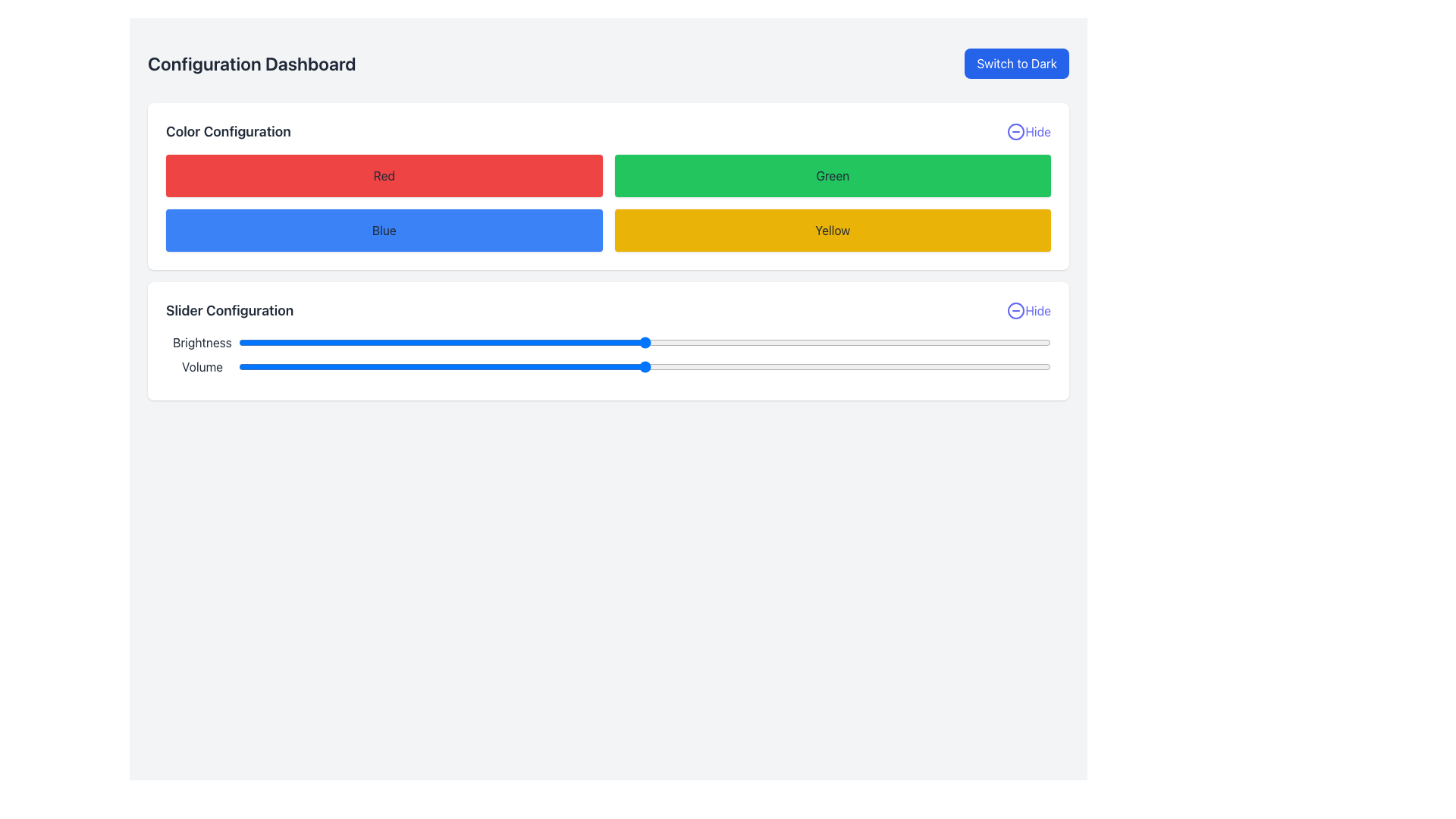  Describe the element at coordinates (1016, 130) in the screenshot. I see `the 'Hide' icon located in the top-right corner of the 'Color Configuration' section, which is positioned to the left of the 'Hide' text` at that location.